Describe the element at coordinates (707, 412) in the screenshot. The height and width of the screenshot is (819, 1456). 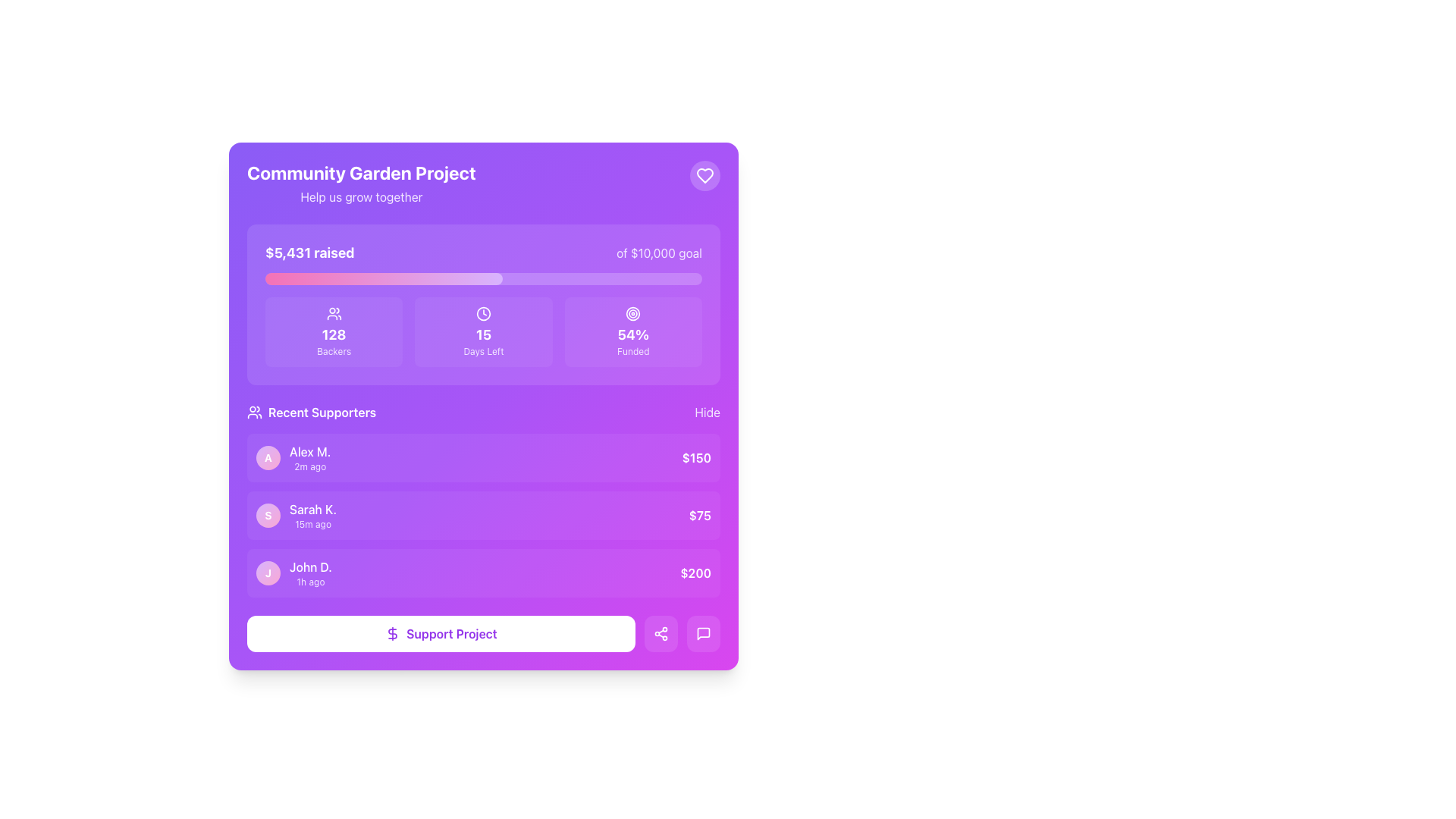
I see `the button that hides the 'Recent Supporters' section` at that location.